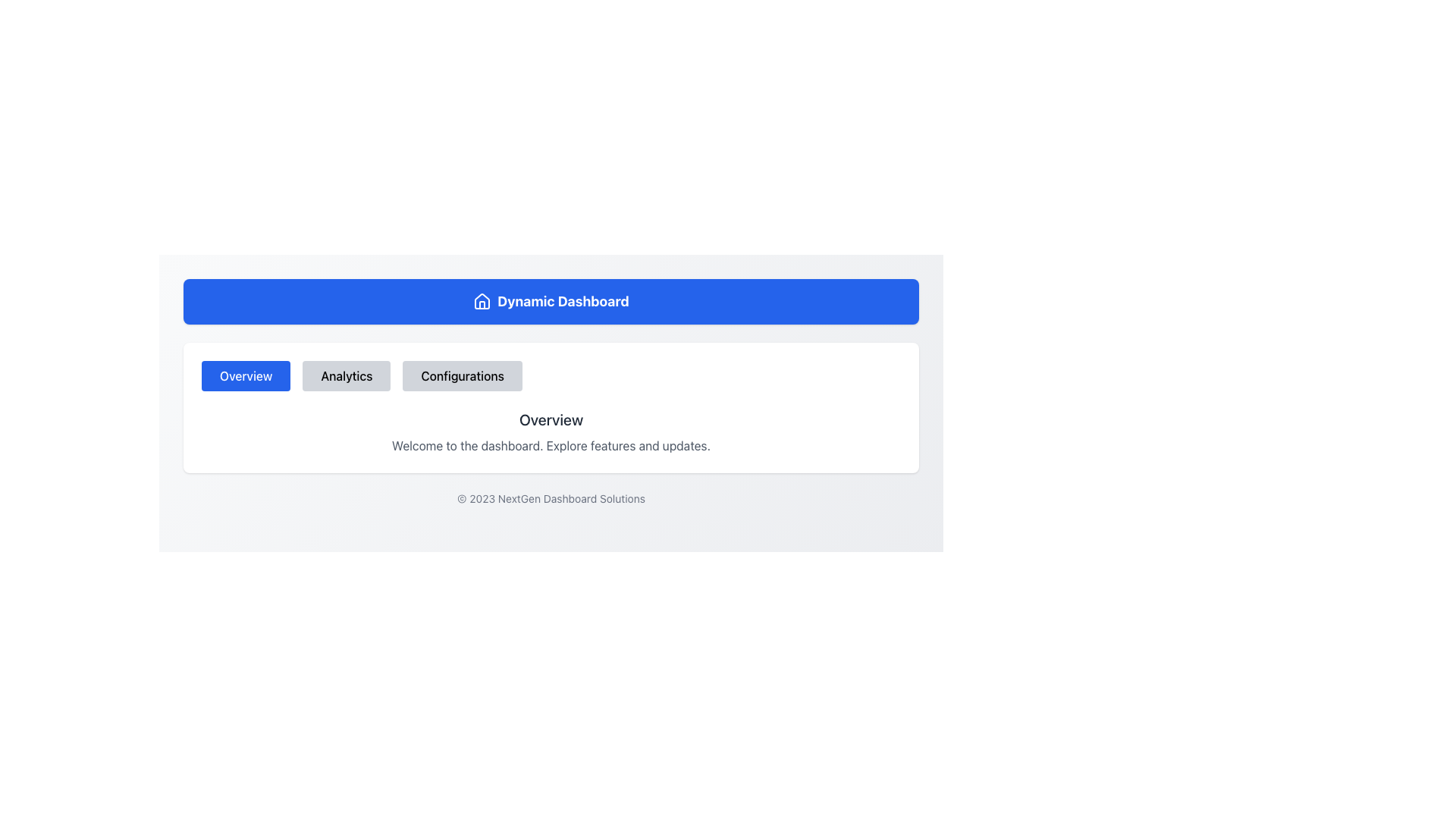 This screenshot has width=1456, height=819. I want to click on the rectangular button with rounded corners that has a blue background and the text 'Overview', so click(246, 375).